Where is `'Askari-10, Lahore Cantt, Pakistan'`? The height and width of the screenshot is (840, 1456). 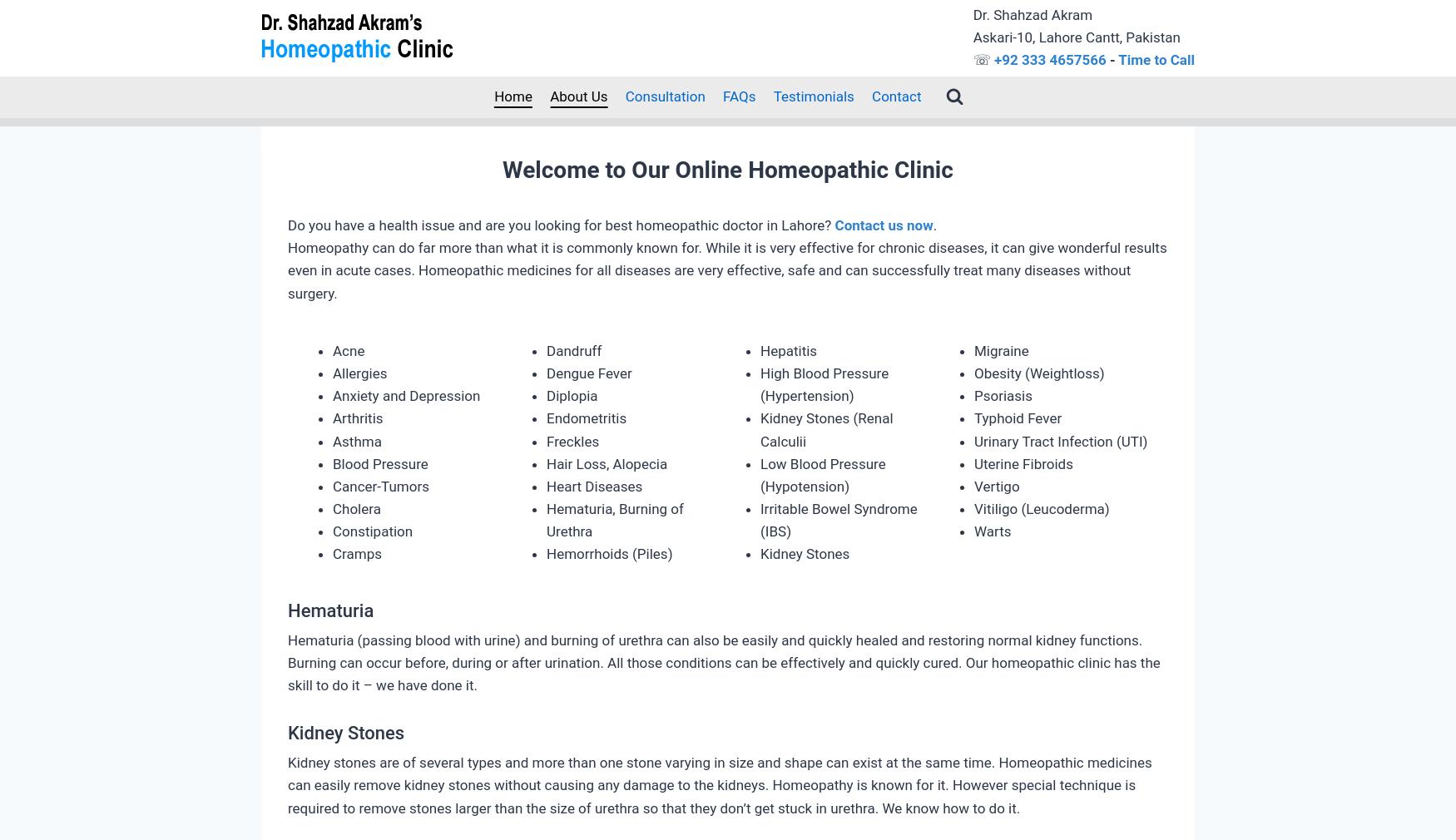 'Askari-10, Lahore Cantt, Pakistan' is located at coordinates (972, 37).